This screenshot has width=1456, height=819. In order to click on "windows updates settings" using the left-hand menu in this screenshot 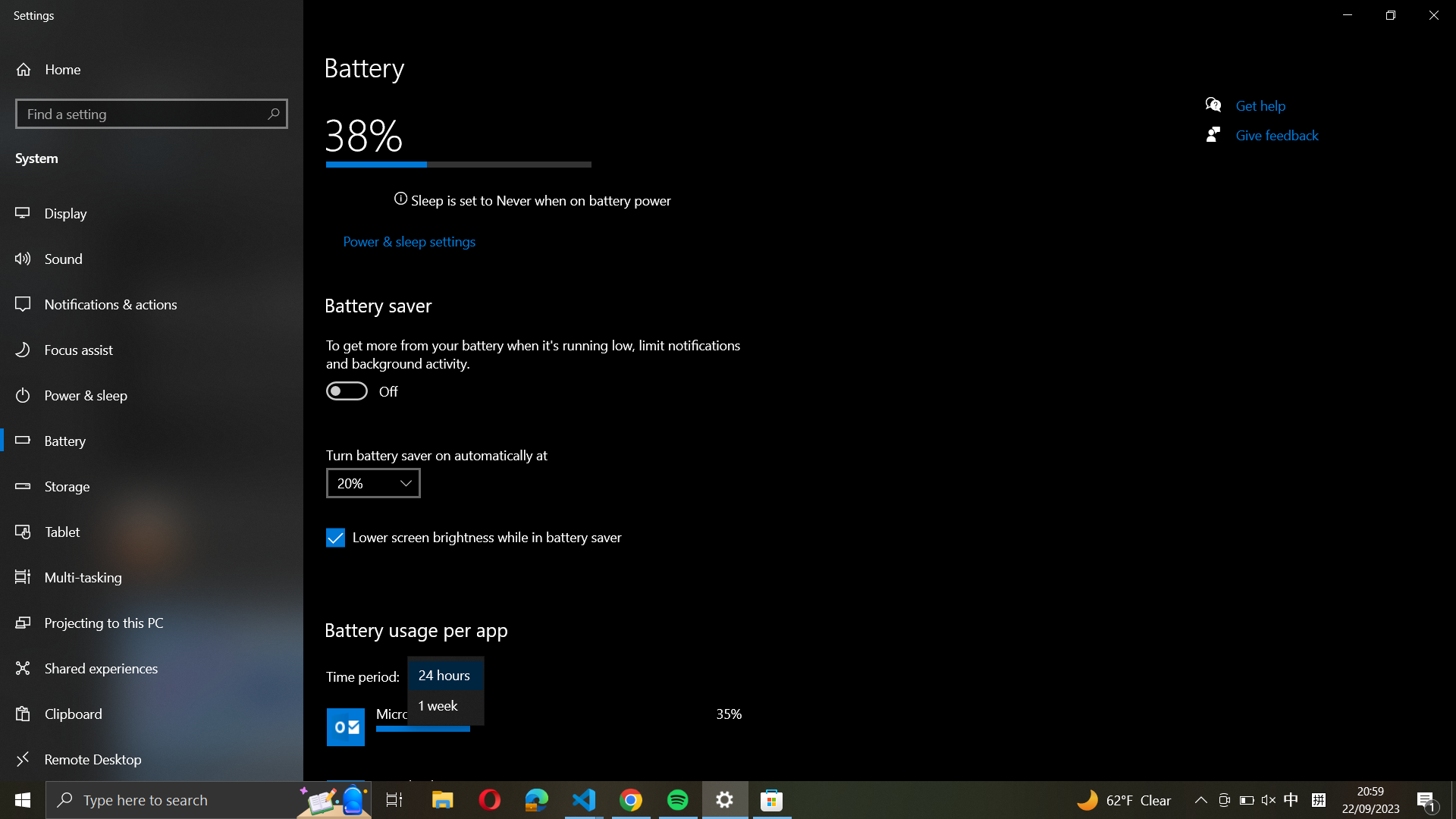, I will do `click(152, 111)`.